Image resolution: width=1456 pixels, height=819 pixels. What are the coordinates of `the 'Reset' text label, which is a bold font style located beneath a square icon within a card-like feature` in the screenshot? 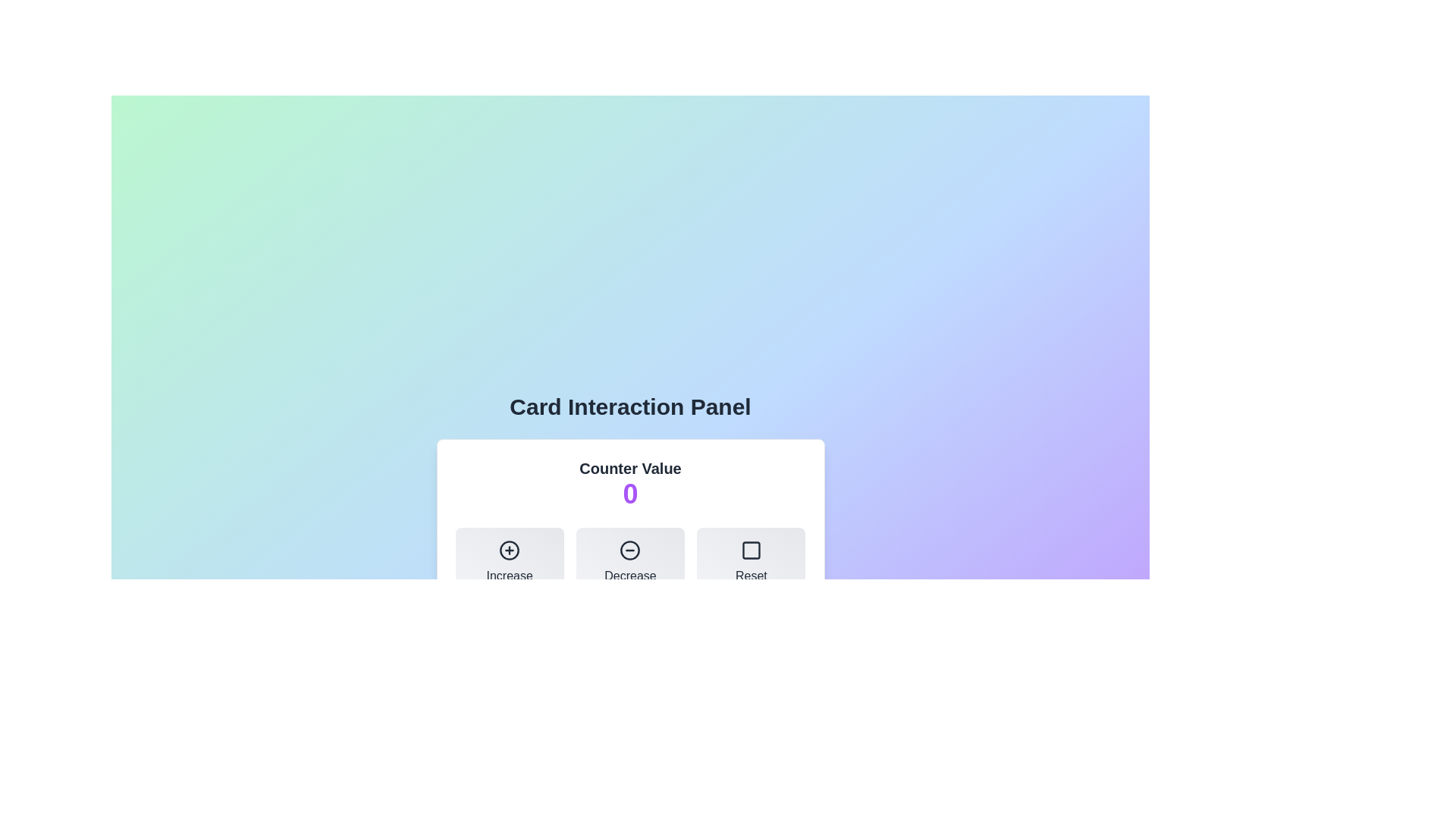 It's located at (751, 576).